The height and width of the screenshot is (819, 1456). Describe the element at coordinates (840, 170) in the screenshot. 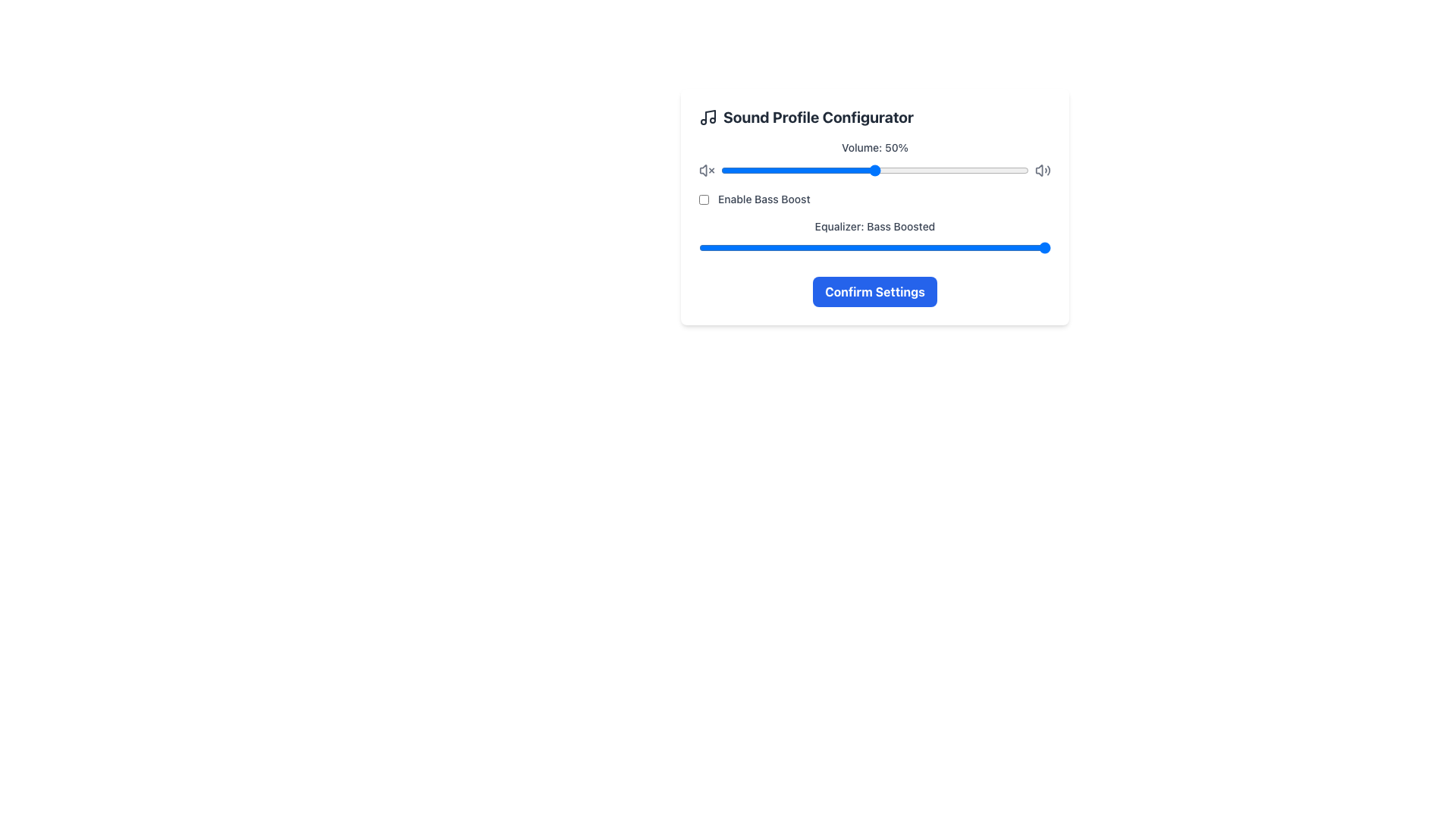

I see `volume` at that location.